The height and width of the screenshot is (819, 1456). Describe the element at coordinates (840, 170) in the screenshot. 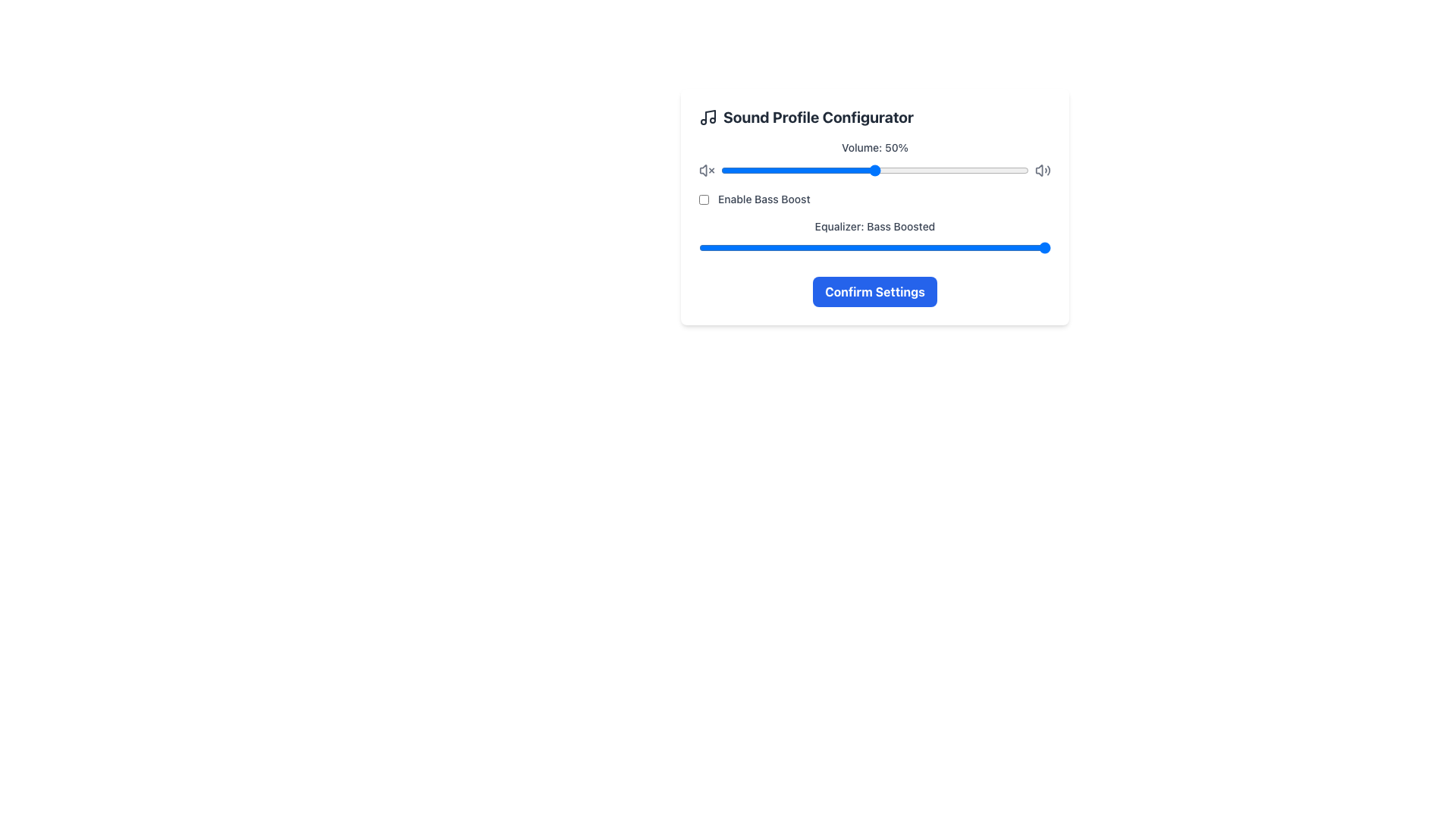

I see `volume` at that location.